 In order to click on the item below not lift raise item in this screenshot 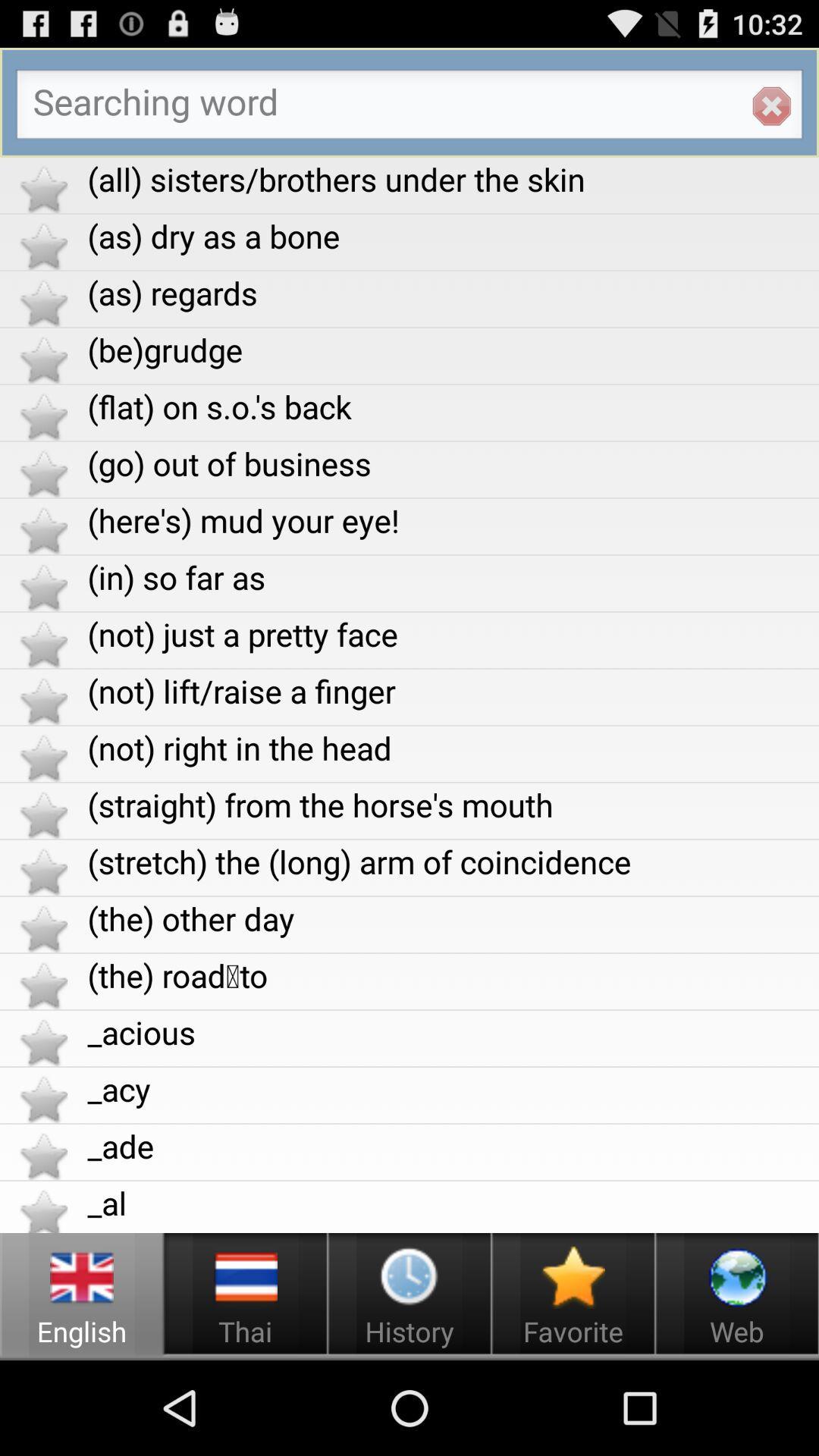, I will do `click(452, 748)`.